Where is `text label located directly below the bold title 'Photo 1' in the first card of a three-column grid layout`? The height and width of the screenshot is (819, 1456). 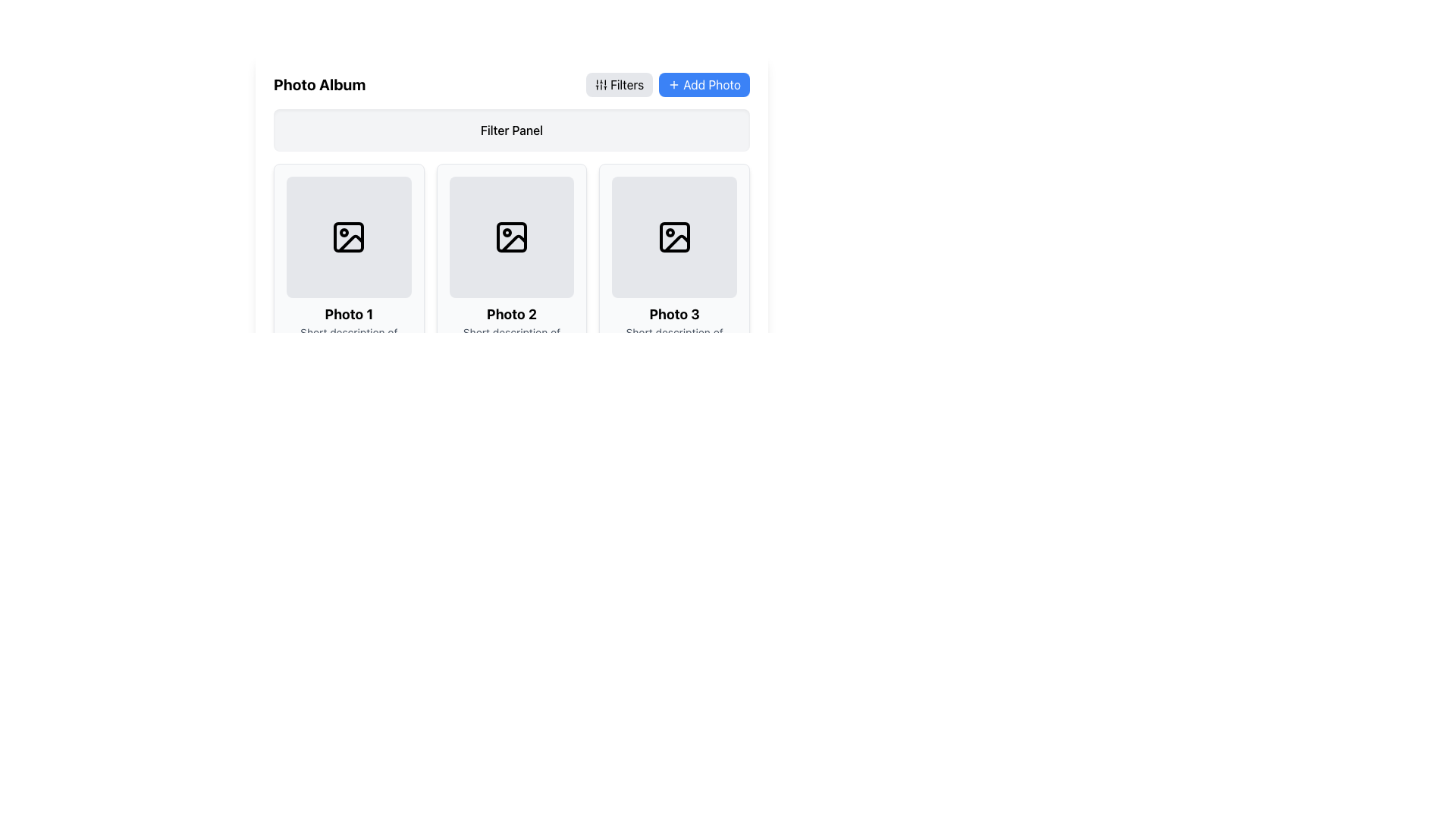
text label located directly below the bold title 'Photo 1' in the first card of a three-column grid layout is located at coordinates (348, 339).